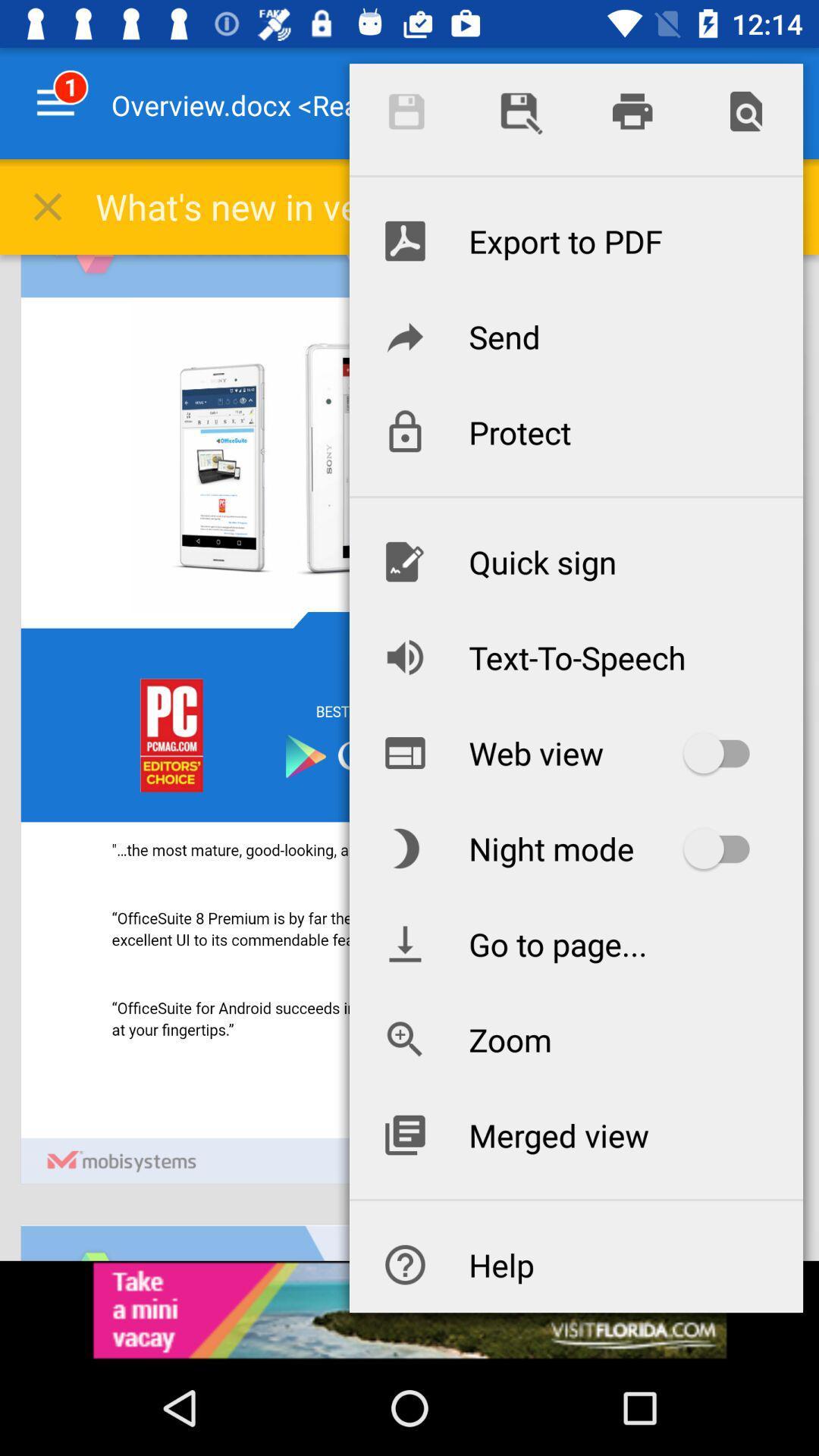 Image resolution: width=819 pixels, height=1456 pixels. I want to click on the zoom item, so click(576, 1039).